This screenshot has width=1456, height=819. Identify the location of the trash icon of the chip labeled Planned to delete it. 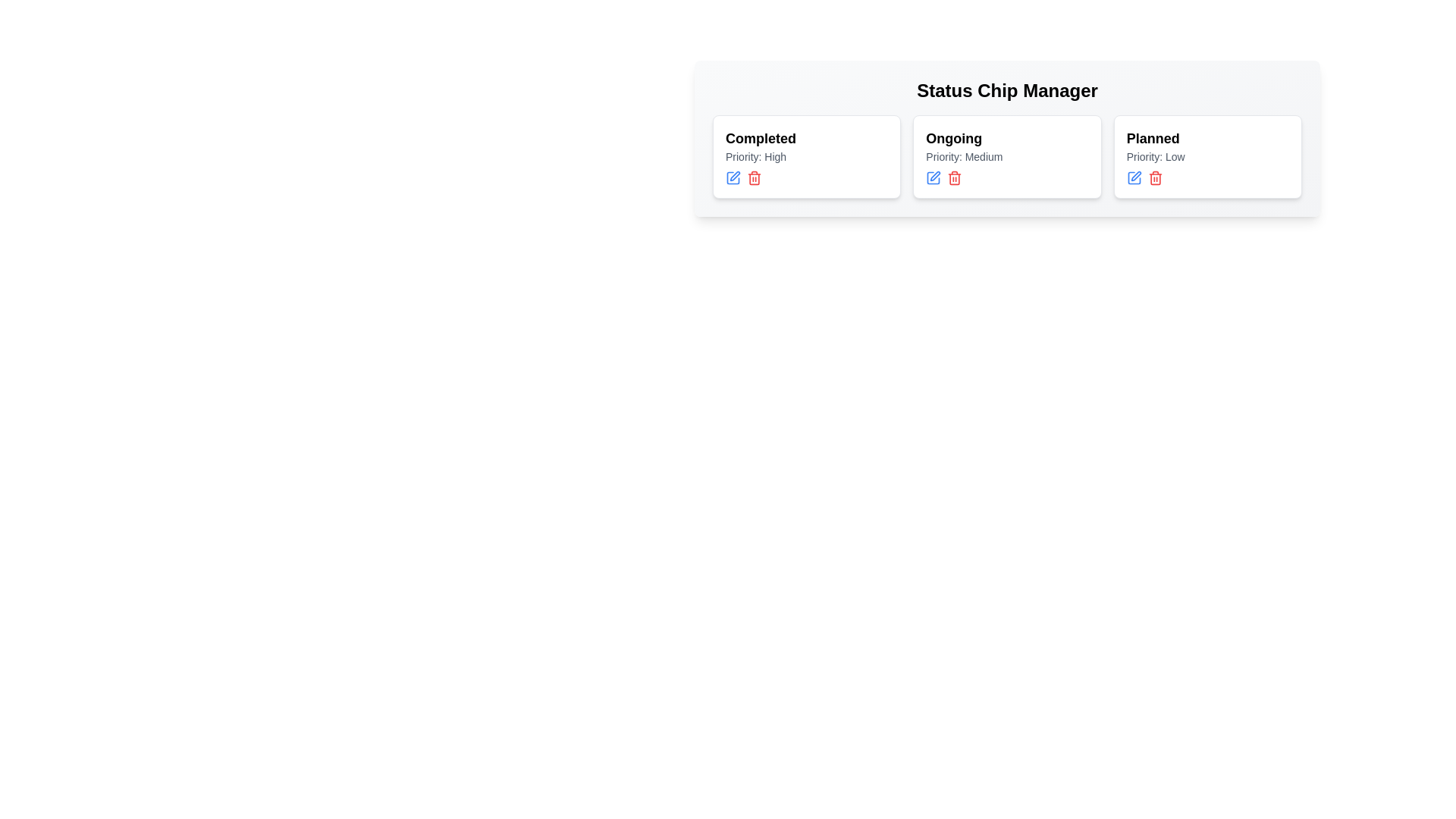
(1153, 177).